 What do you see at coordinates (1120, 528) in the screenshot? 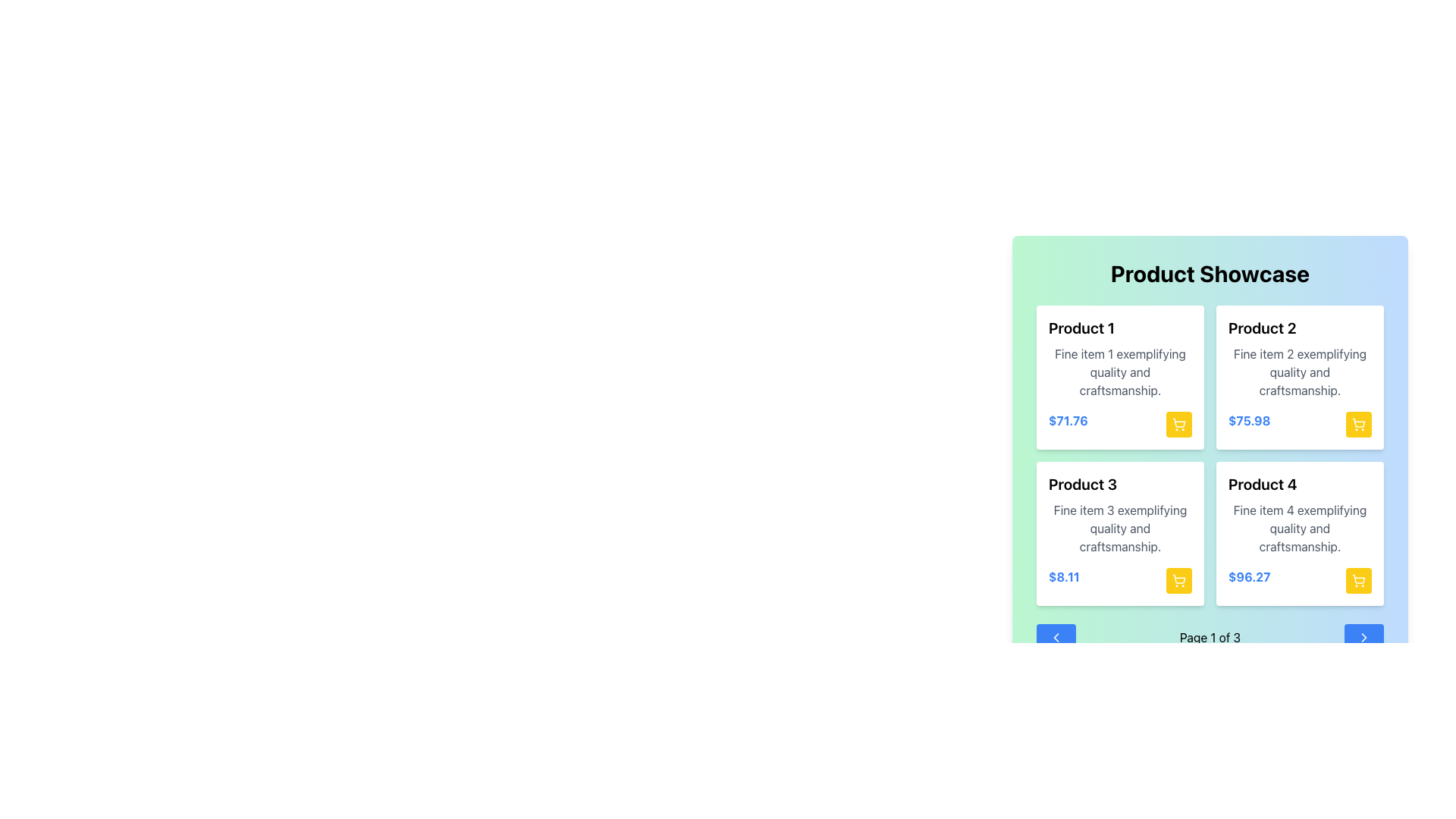
I see `the text display reading 'Fine item 3 exemplifying quality and craftsmanship' located in the third card titled 'Product 3' in the second row of the product grid` at bounding box center [1120, 528].